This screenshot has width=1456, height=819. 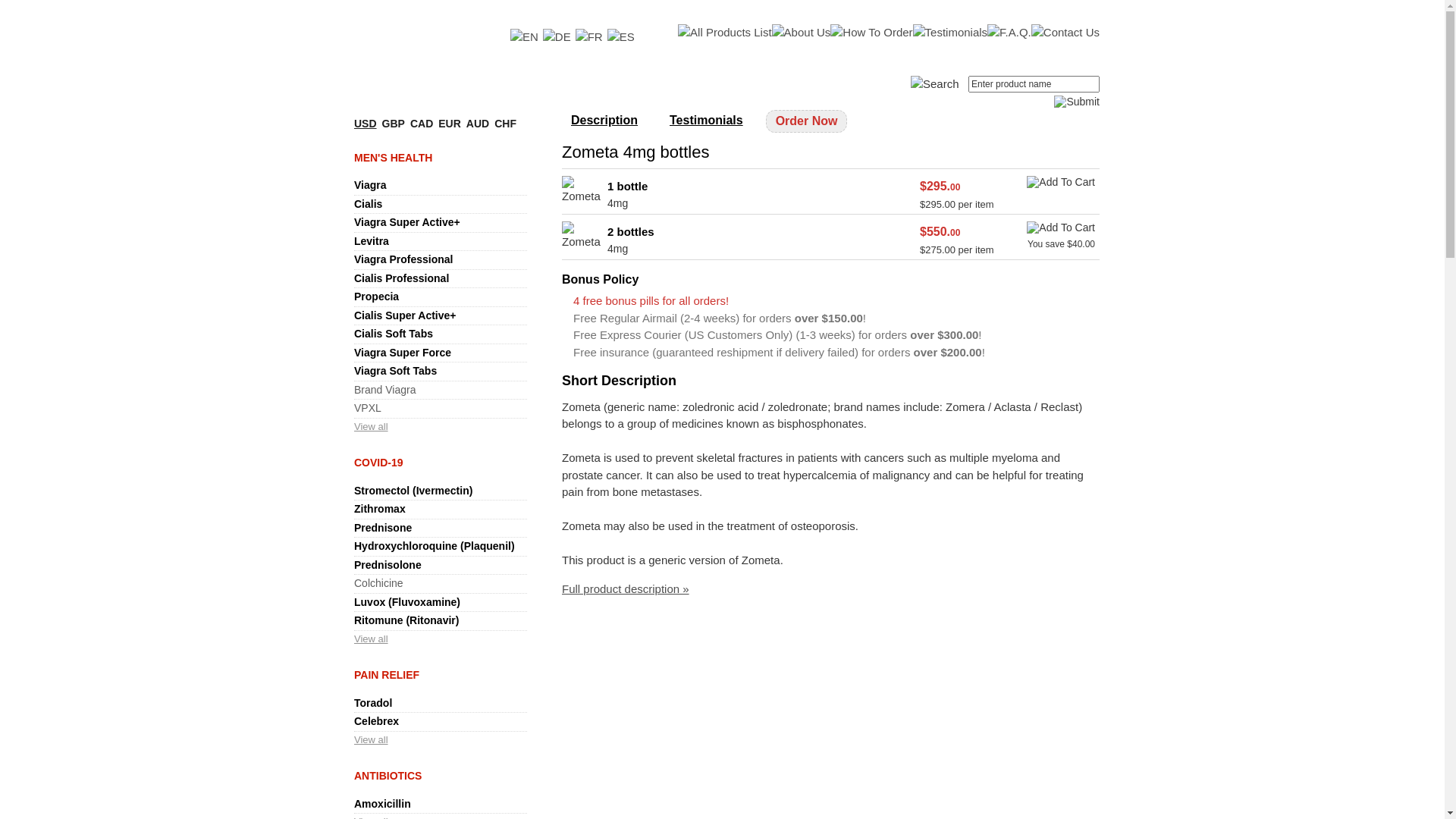 What do you see at coordinates (379, 509) in the screenshot?
I see `'Zithromax'` at bounding box center [379, 509].